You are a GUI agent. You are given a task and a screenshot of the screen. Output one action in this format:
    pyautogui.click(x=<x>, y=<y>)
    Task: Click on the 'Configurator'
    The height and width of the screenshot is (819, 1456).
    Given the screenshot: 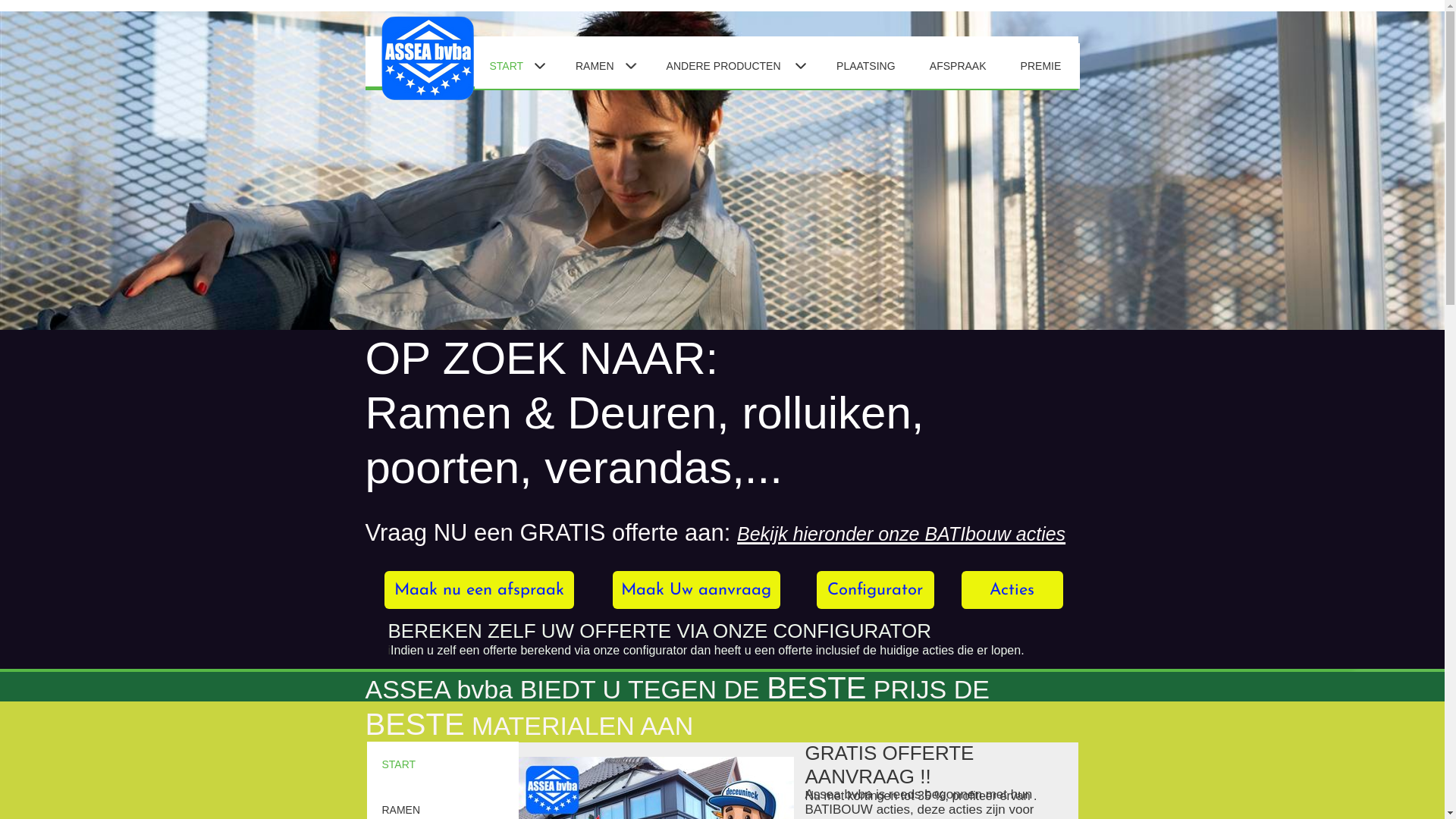 What is the action you would take?
    pyautogui.click(x=874, y=589)
    